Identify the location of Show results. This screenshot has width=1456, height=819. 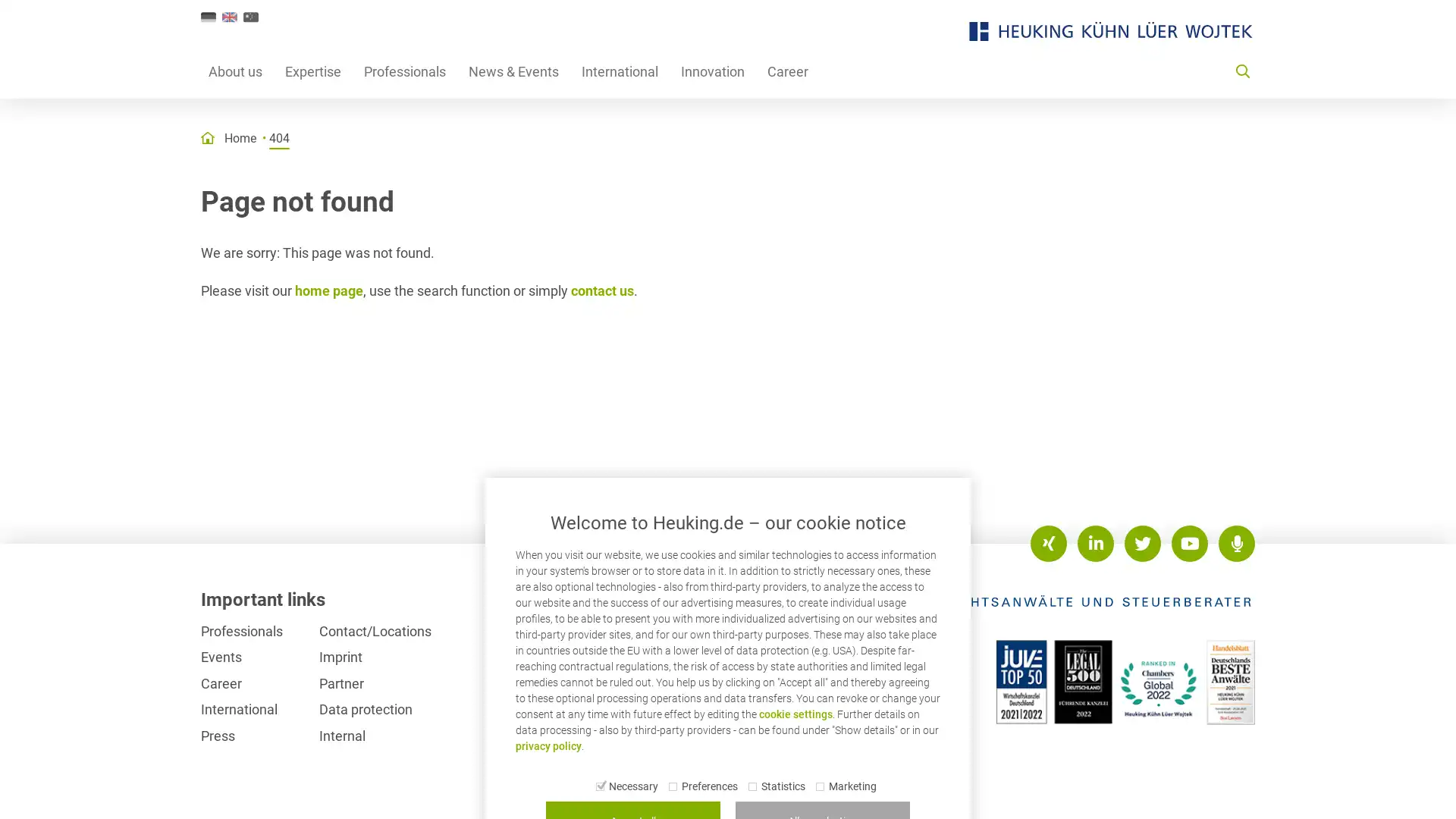
(1137, 168).